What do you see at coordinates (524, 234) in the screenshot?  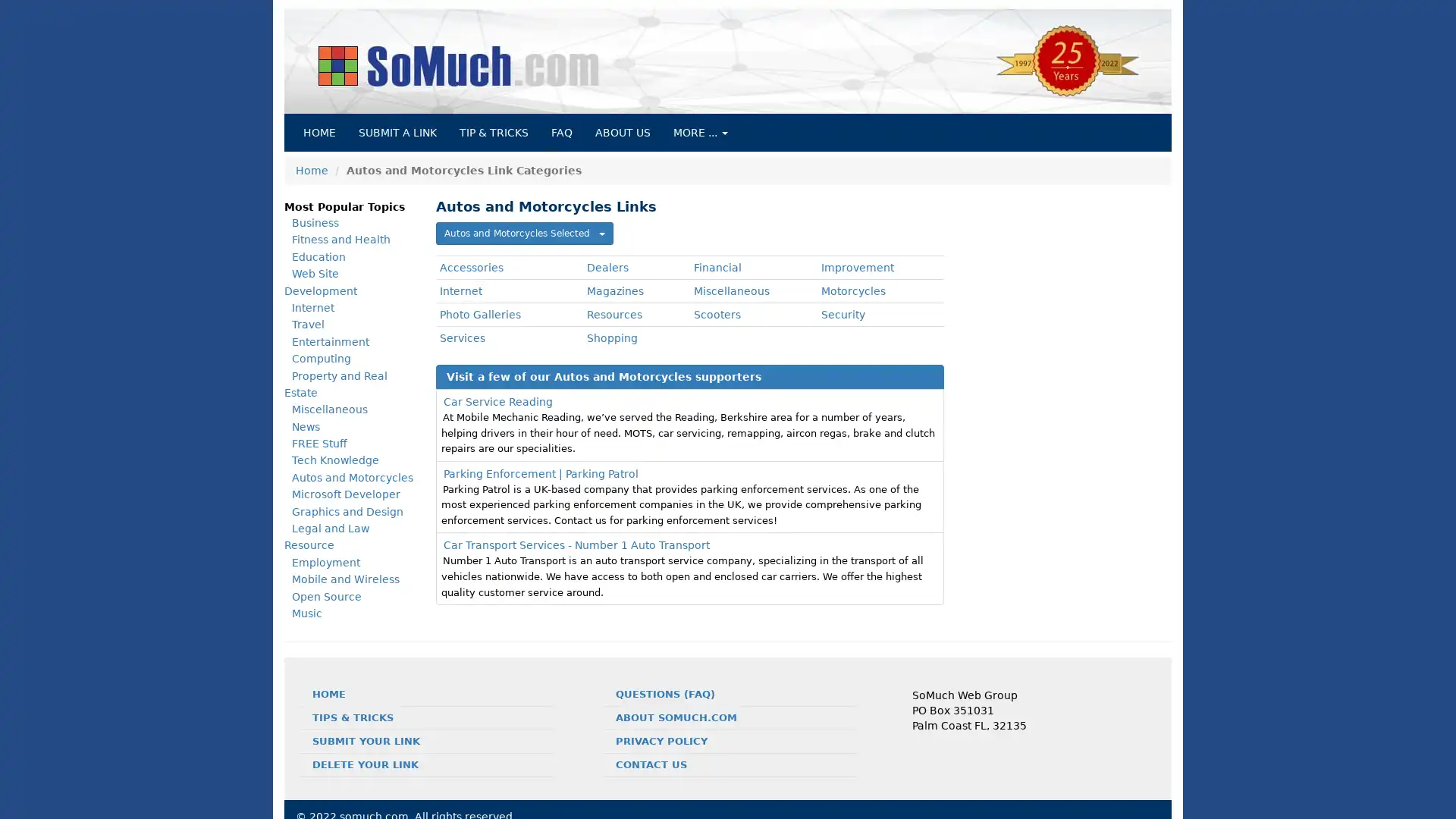 I see `Autos and Motorcycles Selected` at bounding box center [524, 234].